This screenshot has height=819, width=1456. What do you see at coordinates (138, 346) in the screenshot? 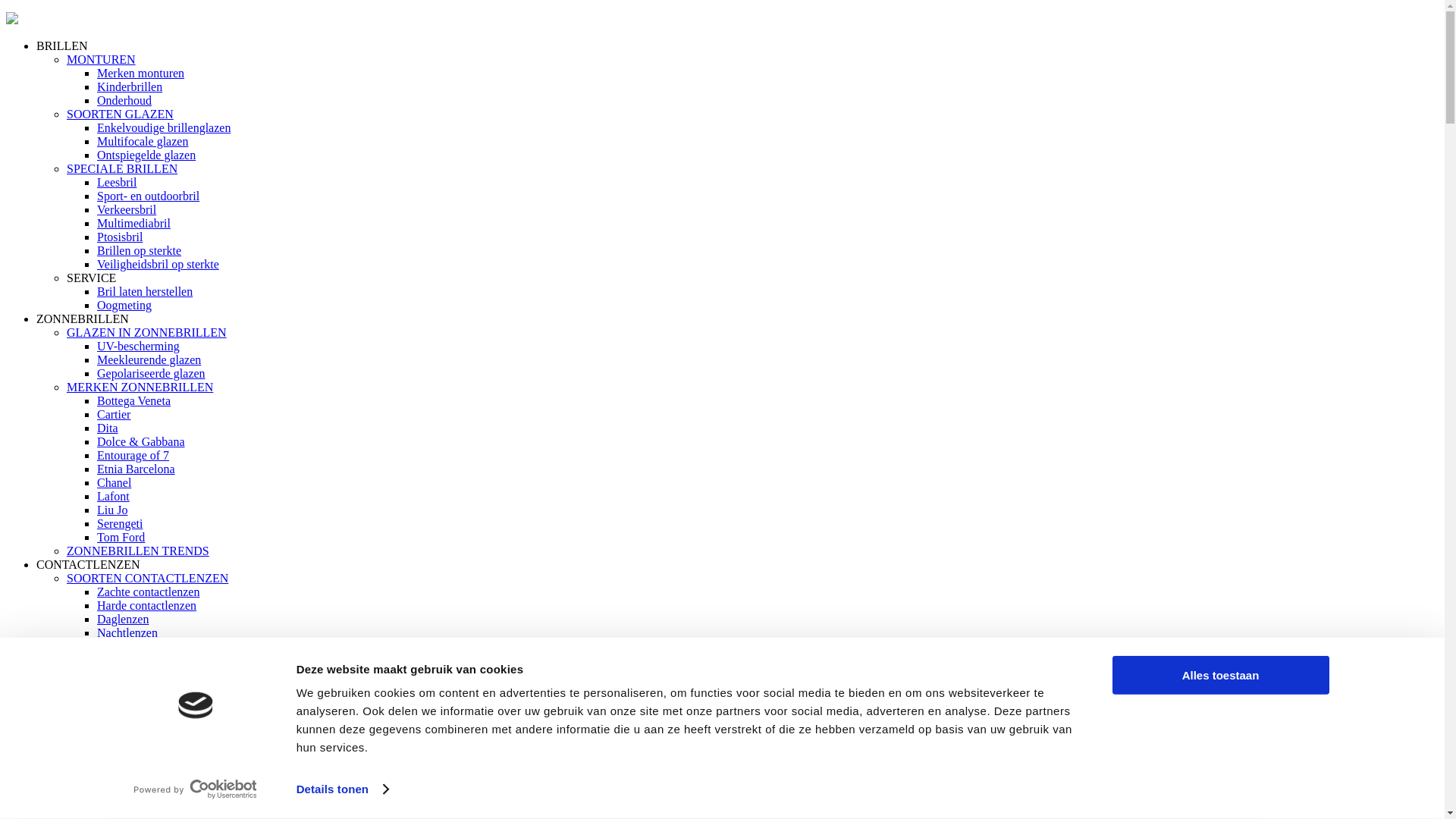
I see `'UV-bescherming'` at bounding box center [138, 346].